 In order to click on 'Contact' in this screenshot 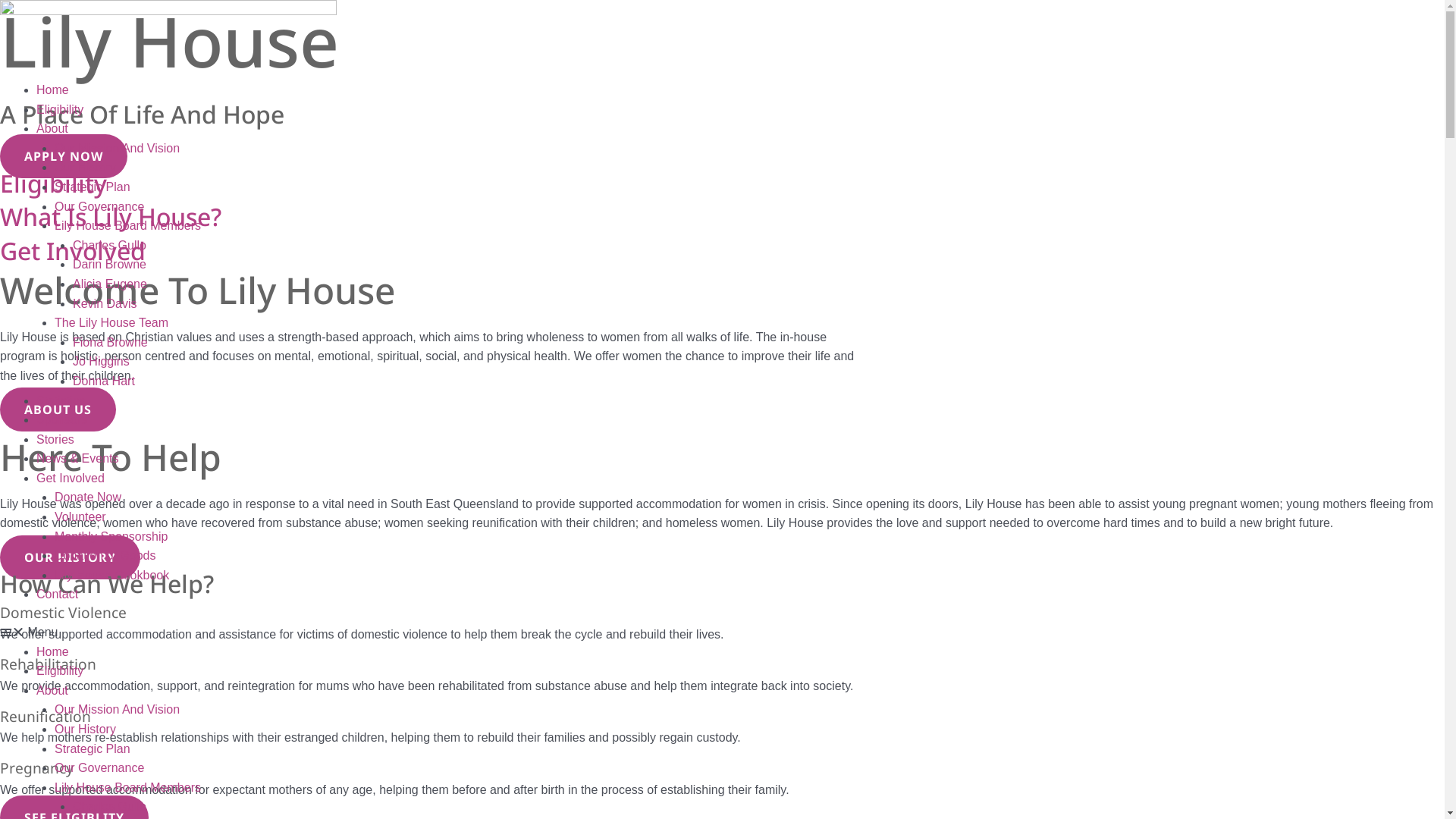, I will do `click(57, 593)`.